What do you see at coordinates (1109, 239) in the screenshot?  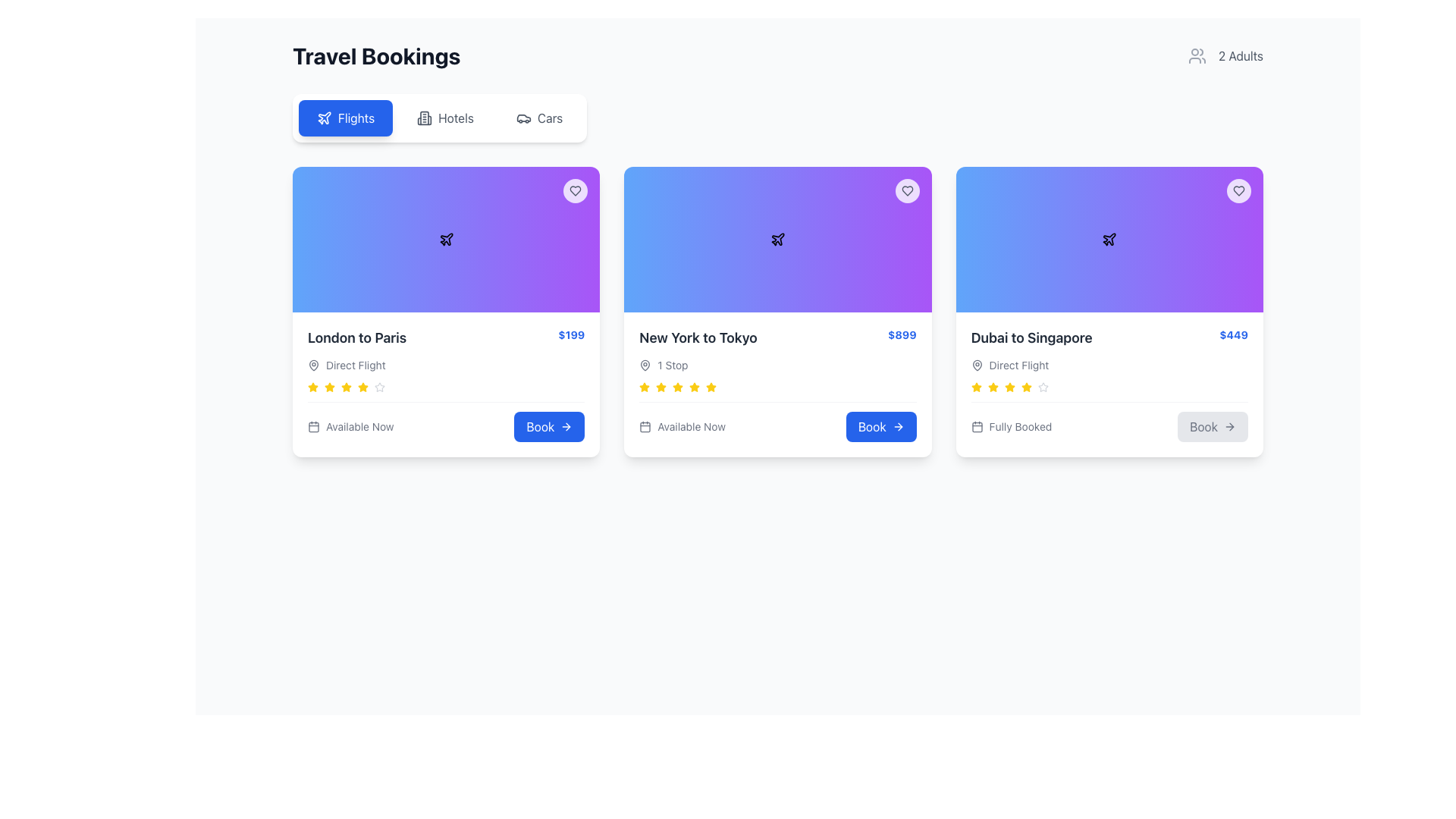 I see `the minimalist plane icon located in the upper section of the third card labeled 'Dubai to Singapore' in the travel booking interface` at bounding box center [1109, 239].